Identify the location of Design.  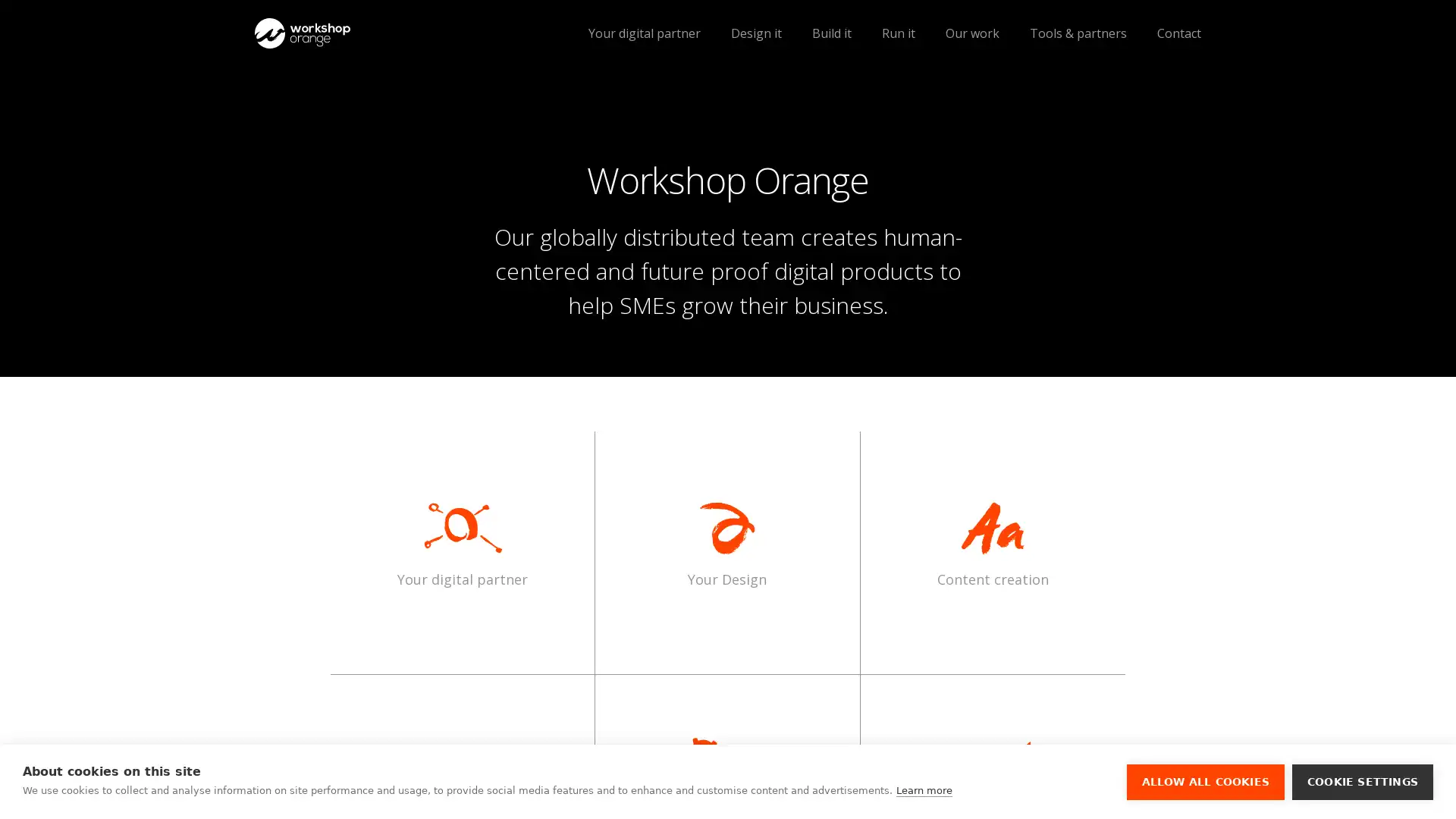
(374, 99).